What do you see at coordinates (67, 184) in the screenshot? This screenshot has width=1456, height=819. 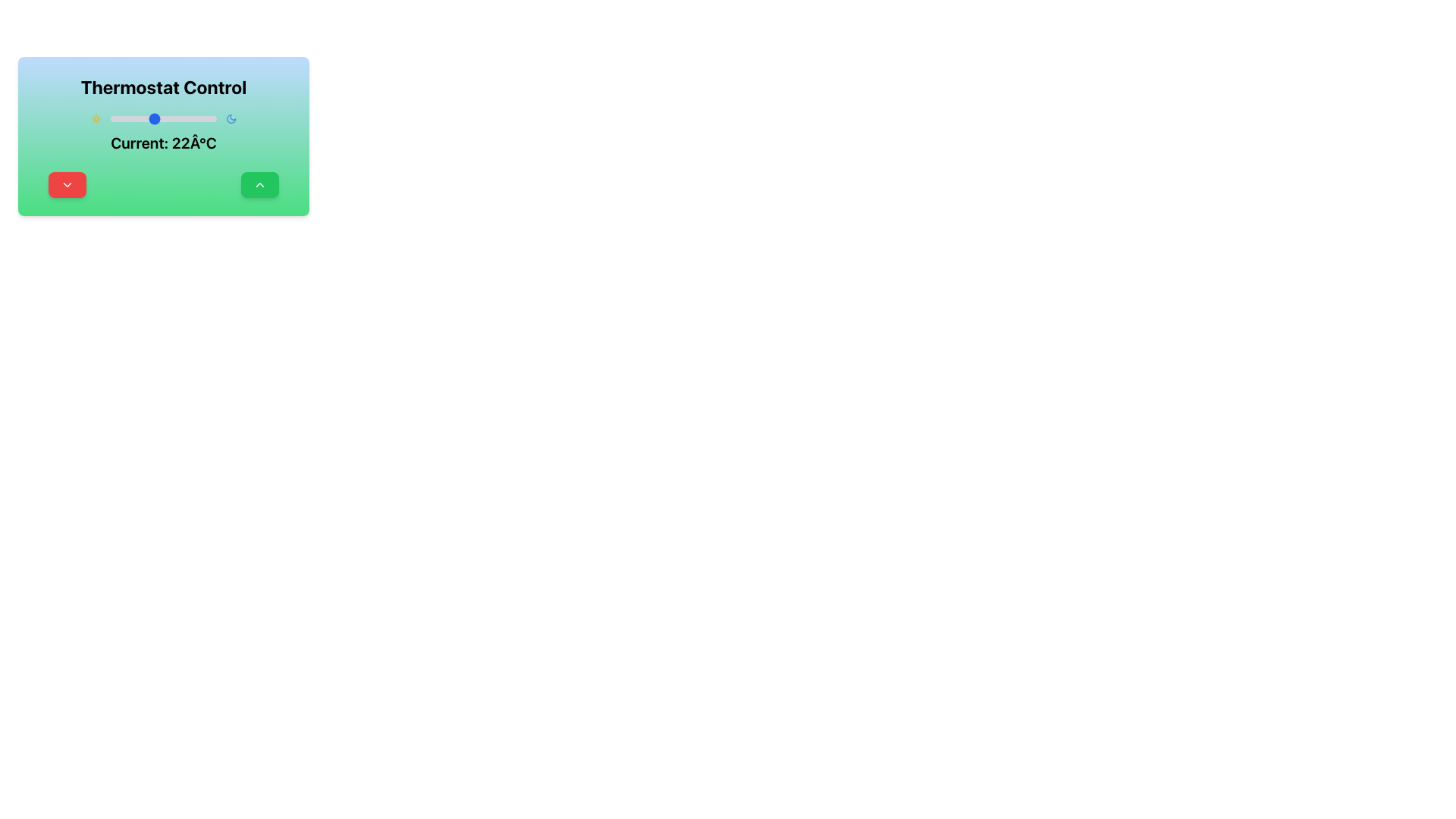 I see `the red rectangular button with rounded corners that has a downward chevron icon, located on the left side of the Thermostat Control section to observe its hover state changes` at bounding box center [67, 184].